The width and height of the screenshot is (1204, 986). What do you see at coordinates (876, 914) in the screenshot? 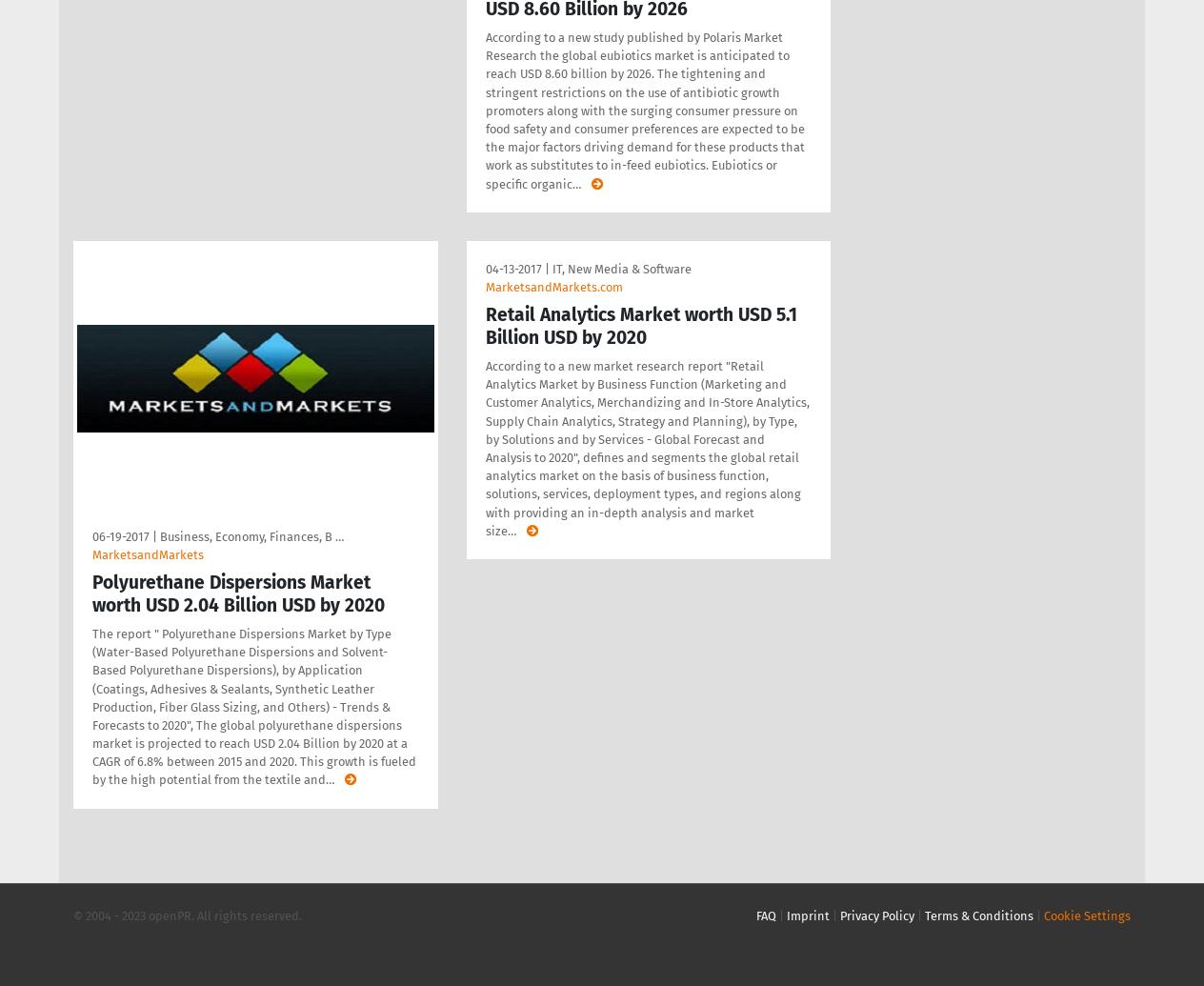
I see `'Privacy Policy'` at bounding box center [876, 914].